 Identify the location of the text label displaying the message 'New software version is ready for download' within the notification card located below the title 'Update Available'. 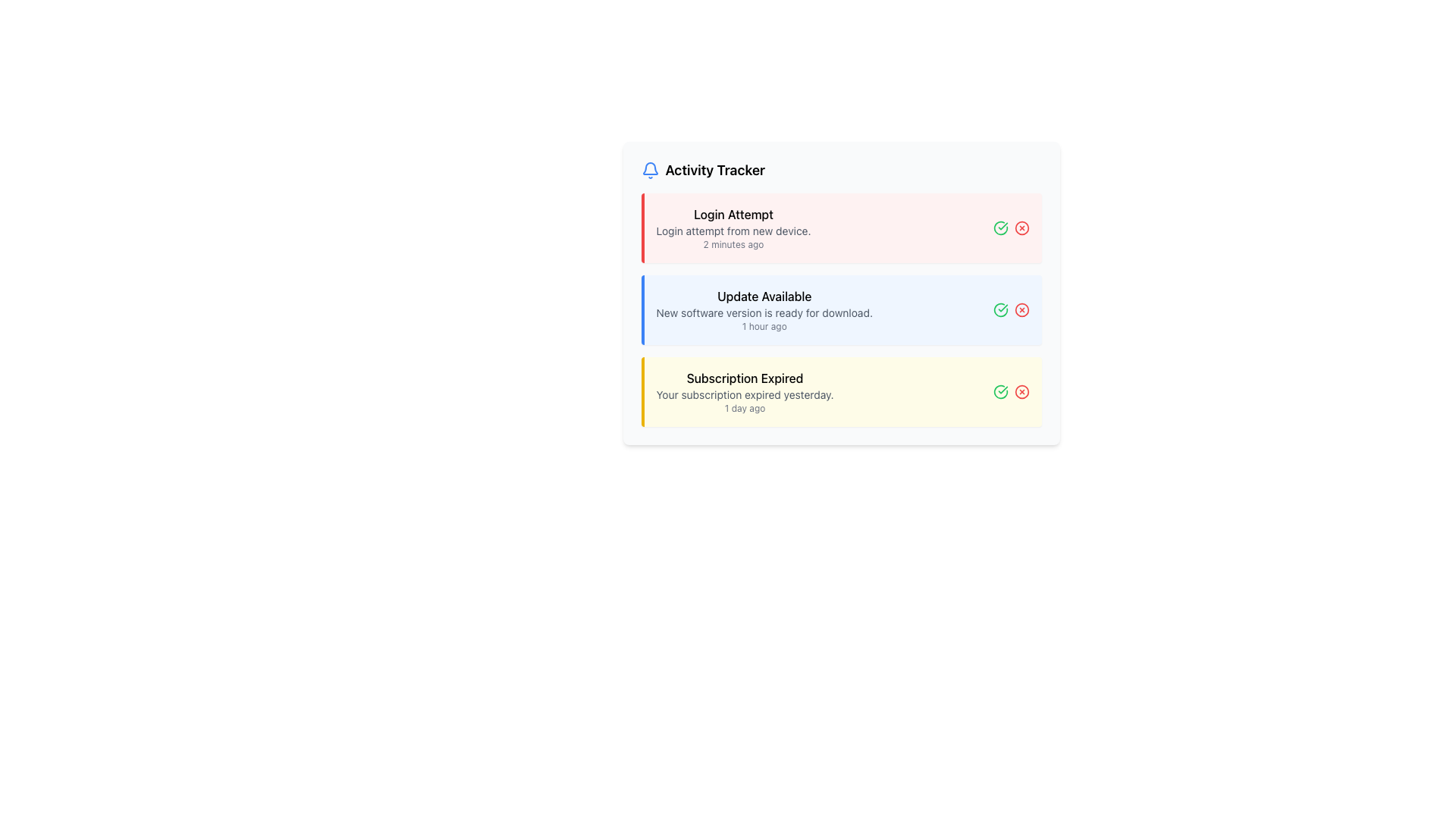
(764, 312).